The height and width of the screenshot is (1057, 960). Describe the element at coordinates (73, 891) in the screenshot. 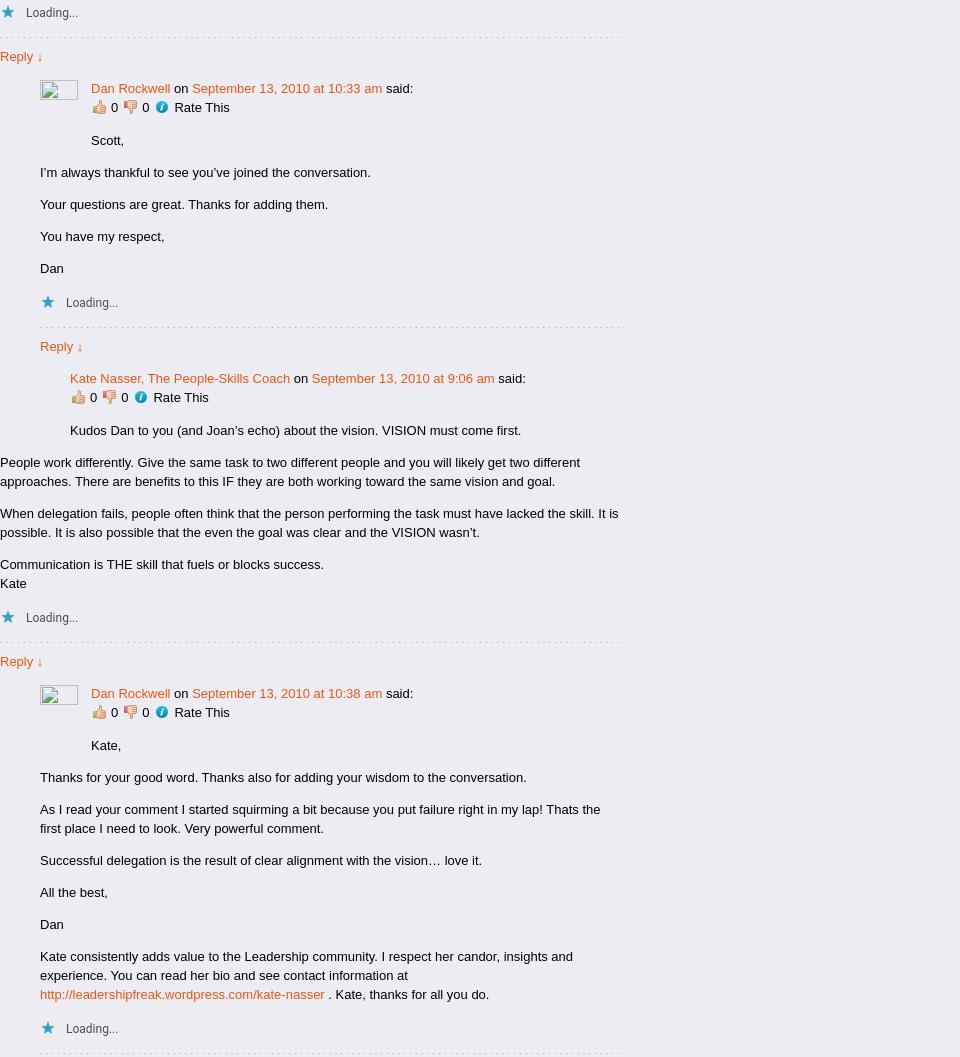

I see `'All the best,'` at that location.